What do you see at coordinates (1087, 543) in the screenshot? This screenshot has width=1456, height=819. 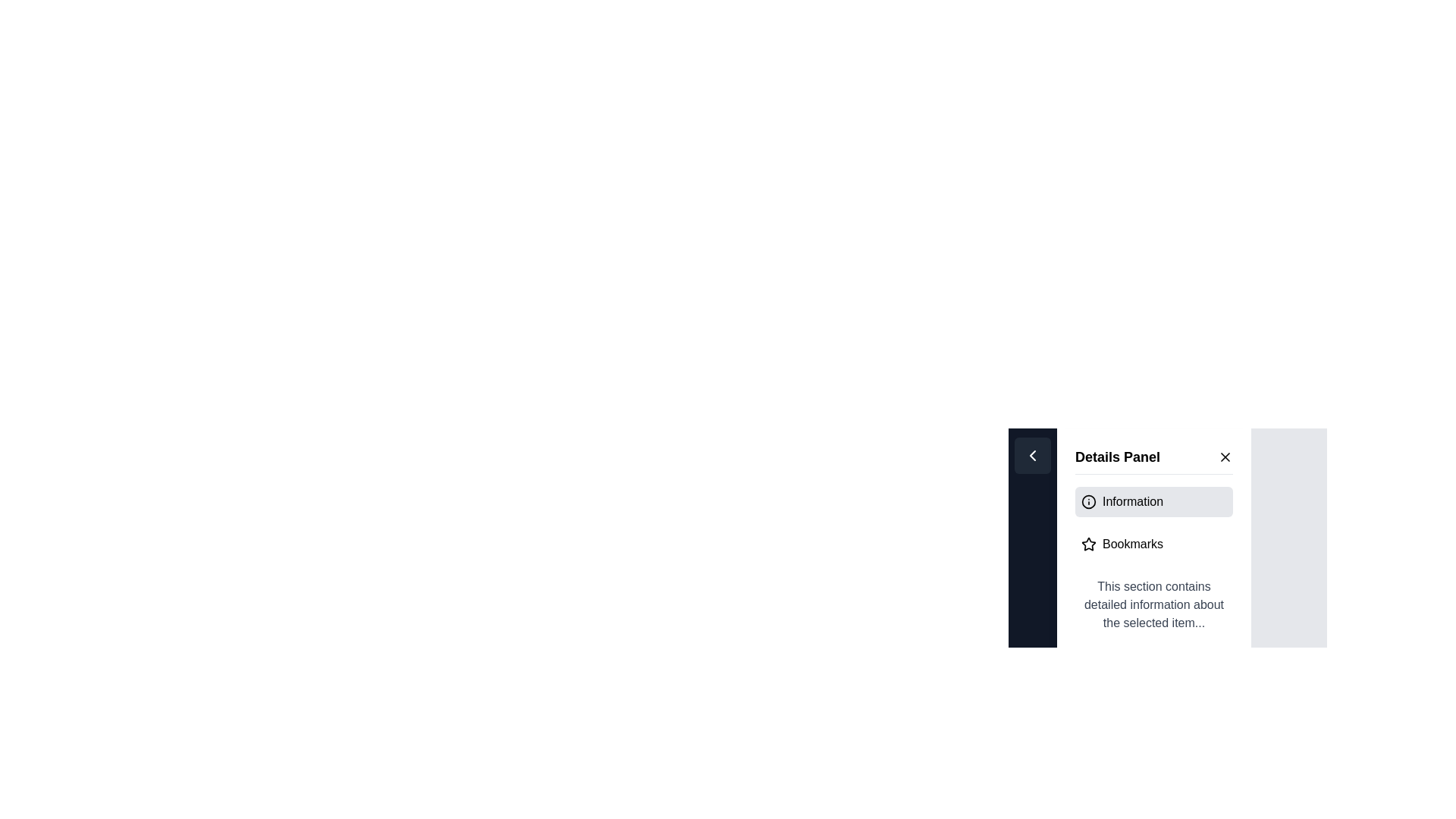 I see `the star-shaped icon located to the left of the 'Bookmarks' text label in the vertical list` at bounding box center [1087, 543].